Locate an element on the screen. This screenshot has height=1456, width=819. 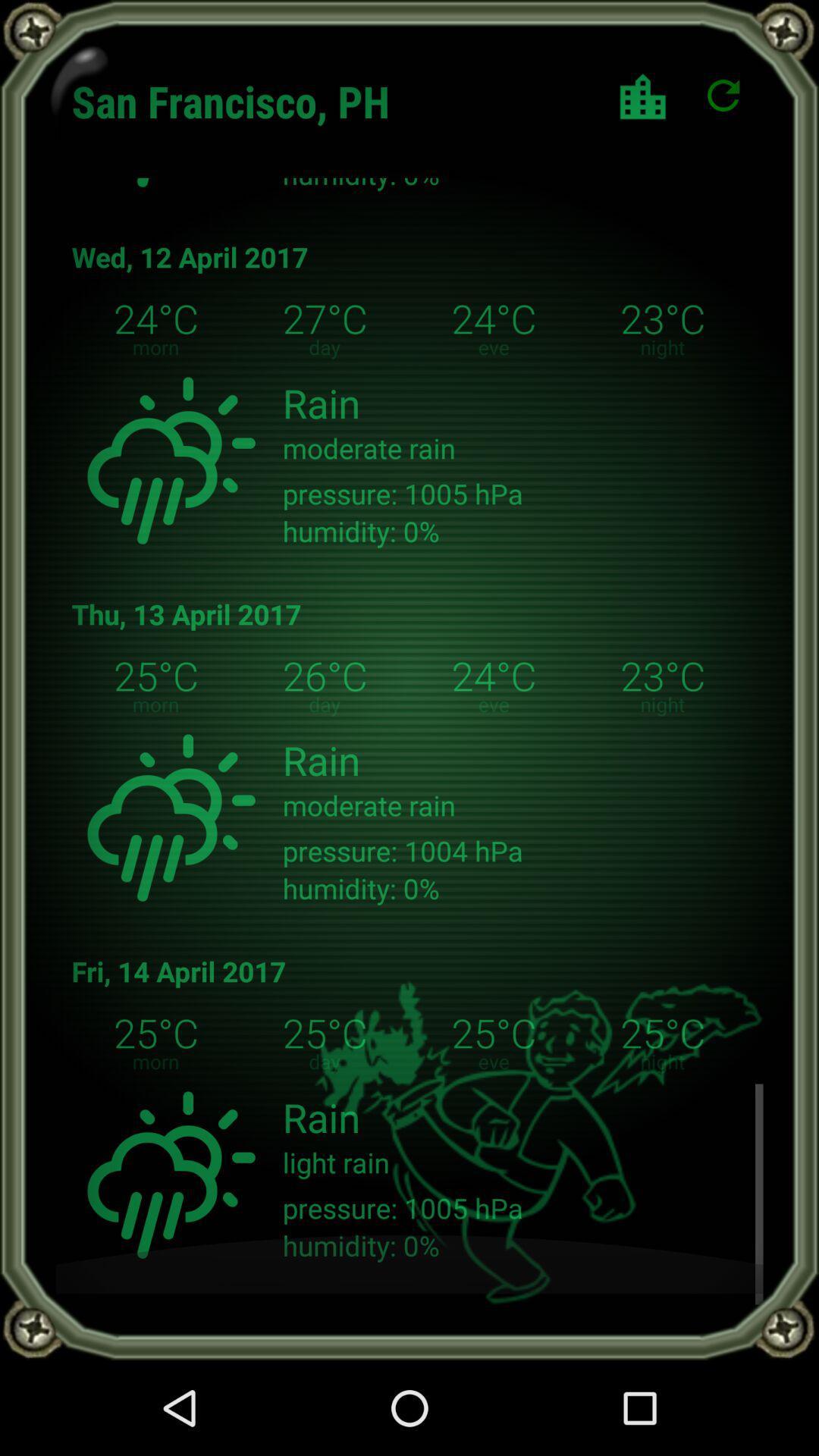
the refresh icon is located at coordinates (722, 94).